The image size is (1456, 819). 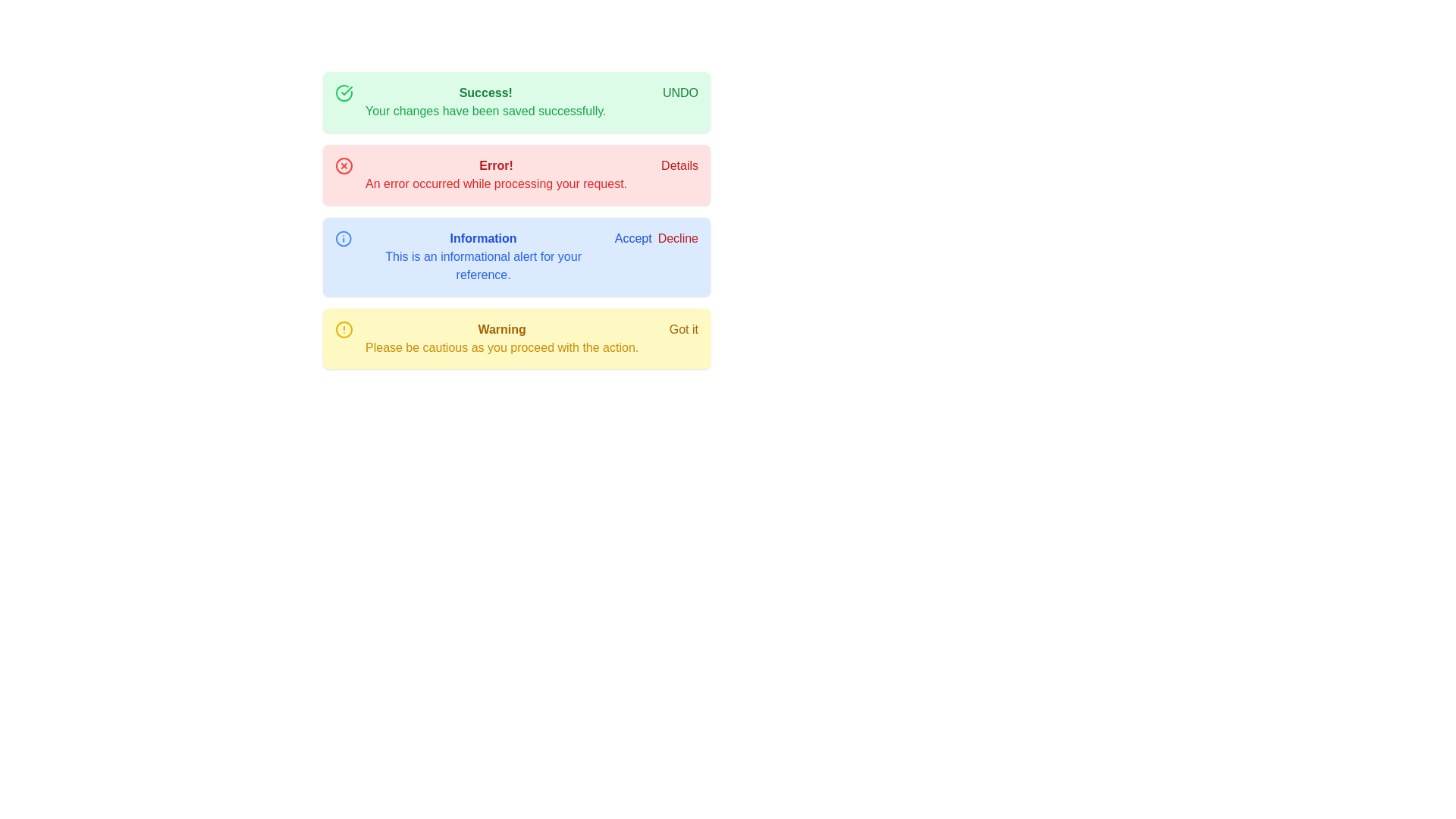 I want to click on warning text displayed in the static text label located within the yellow-highlighted 'Warning' alert box, positioned below the bold 'Warning' title, so click(x=502, y=348).